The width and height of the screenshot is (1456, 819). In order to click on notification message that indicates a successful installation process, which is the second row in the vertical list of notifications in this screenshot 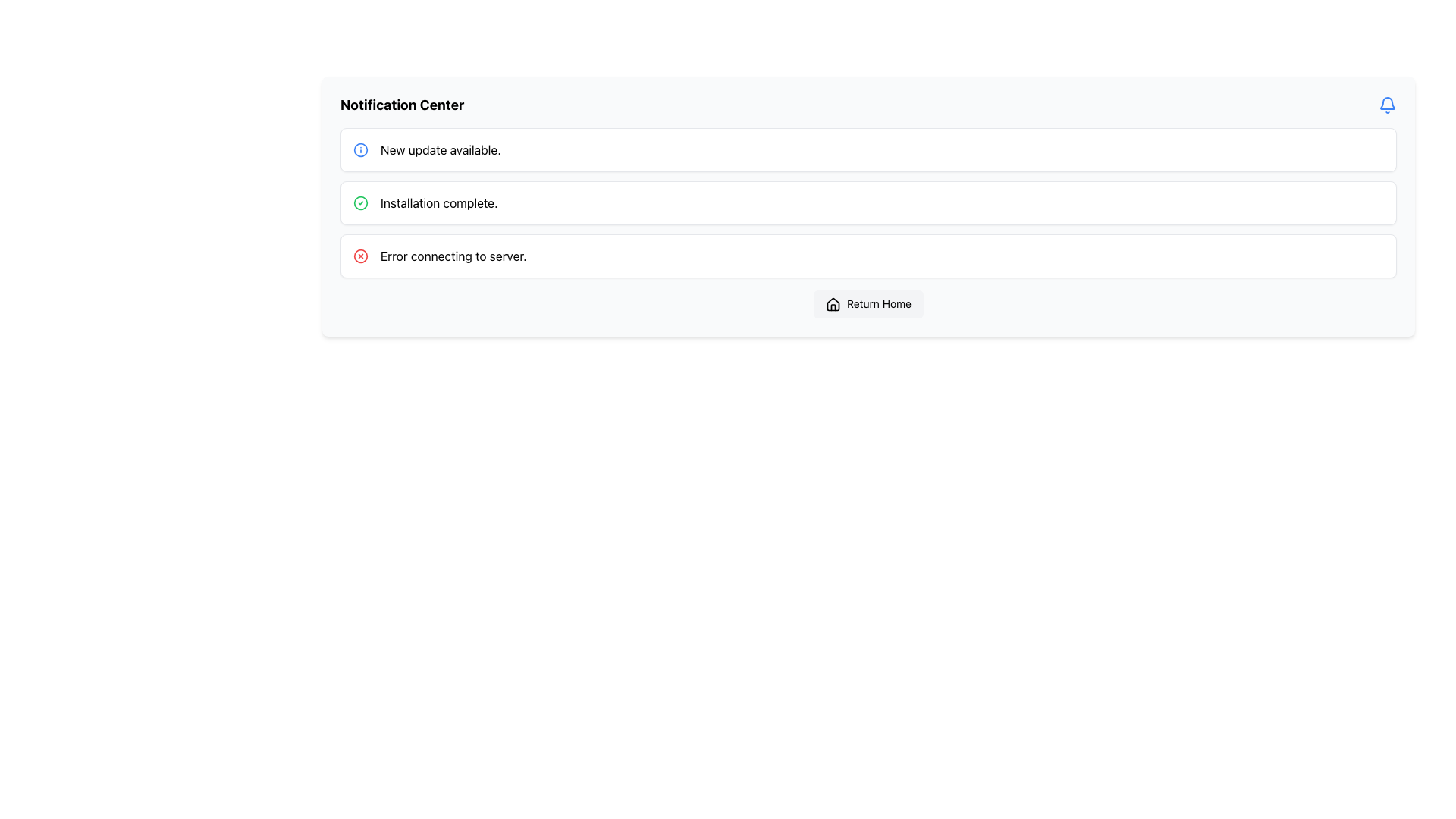, I will do `click(438, 202)`.